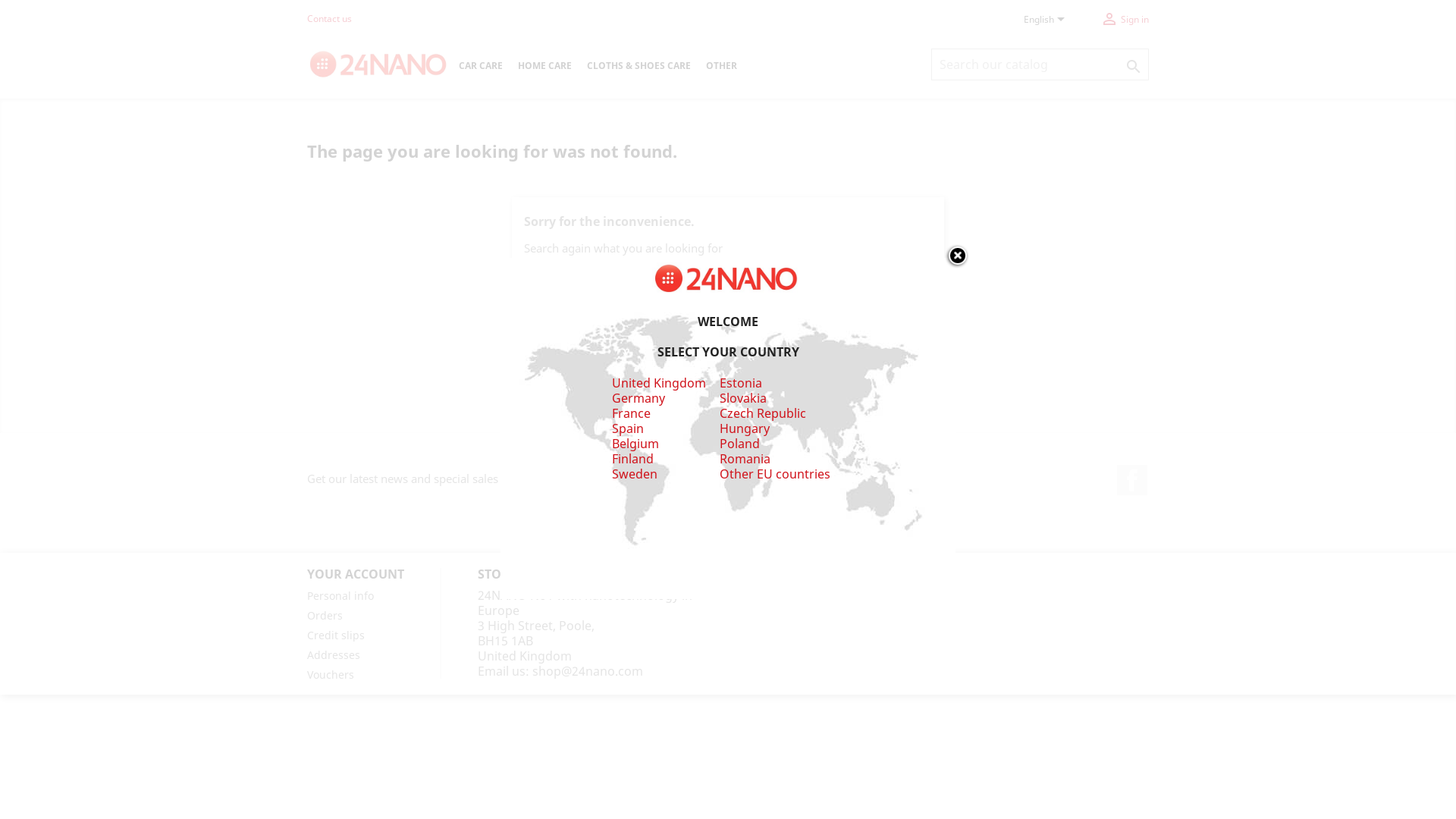 The height and width of the screenshot is (819, 1456). Describe the element at coordinates (510, 66) in the screenshot. I see `'HOME CARE'` at that location.